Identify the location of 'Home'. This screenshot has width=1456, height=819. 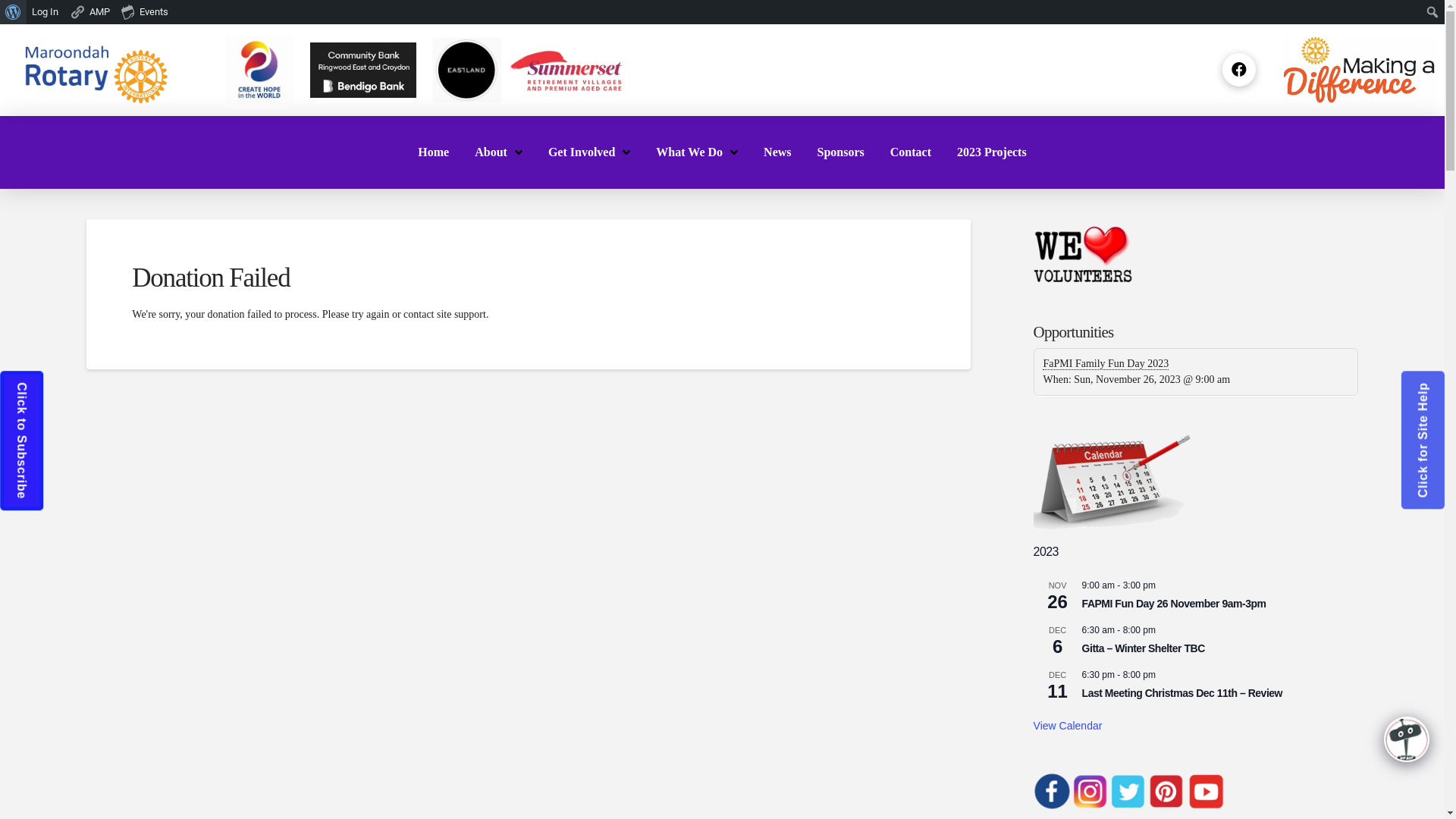
(432, 152).